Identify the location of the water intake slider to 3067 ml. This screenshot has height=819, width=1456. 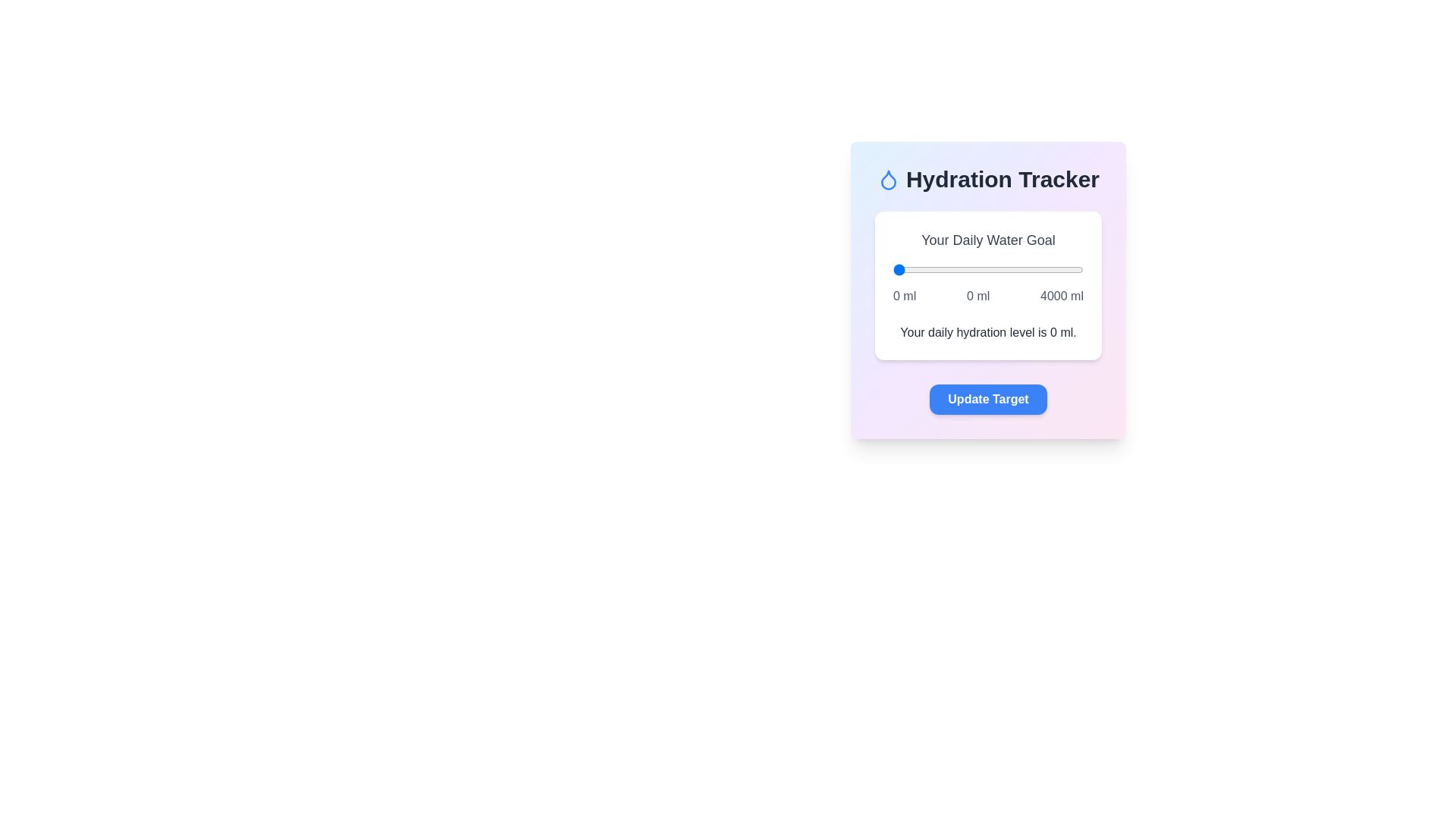
(1038, 268).